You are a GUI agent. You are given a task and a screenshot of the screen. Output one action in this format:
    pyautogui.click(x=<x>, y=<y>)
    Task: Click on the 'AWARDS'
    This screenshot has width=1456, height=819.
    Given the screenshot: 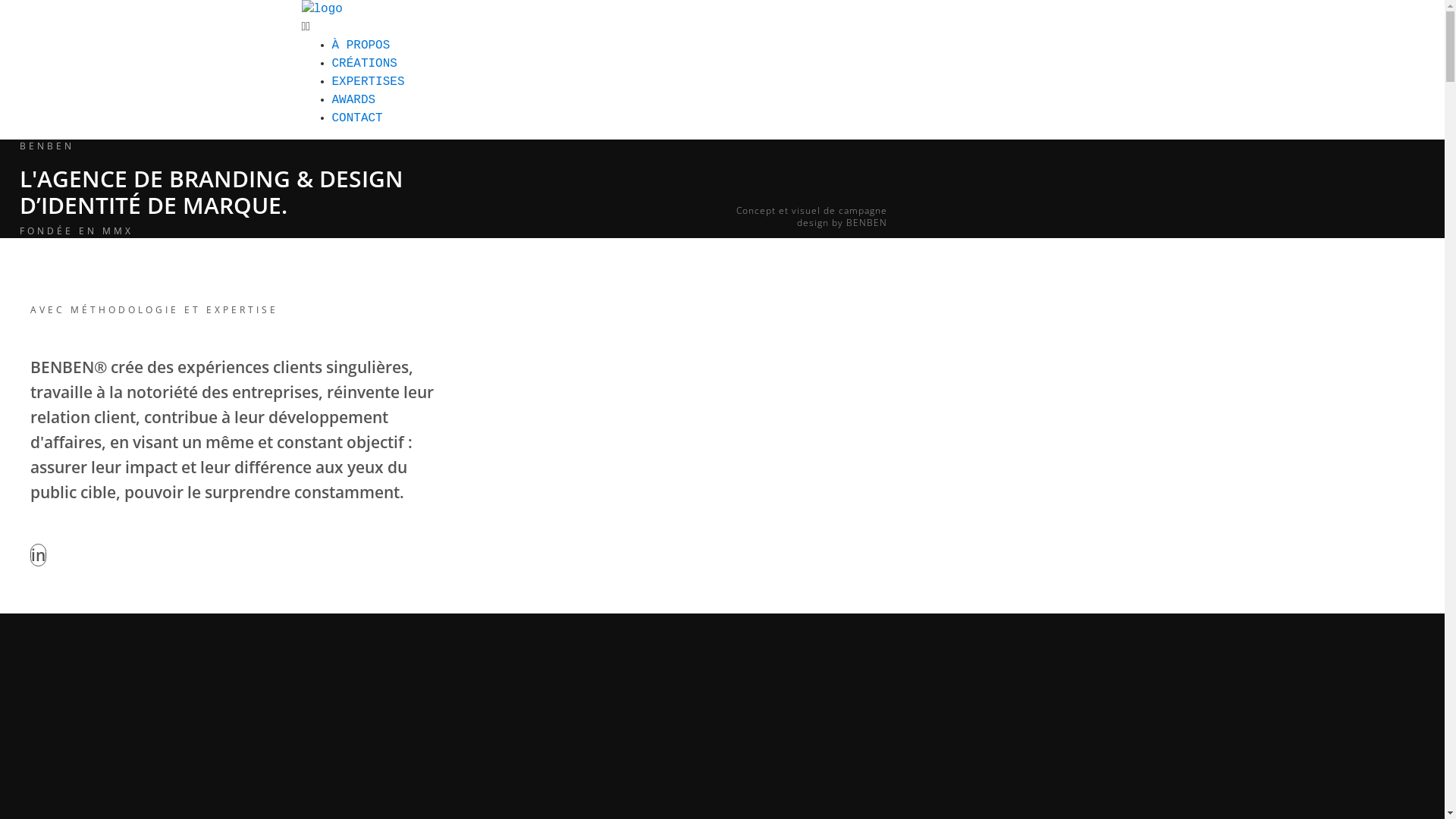 What is the action you would take?
    pyautogui.click(x=353, y=99)
    